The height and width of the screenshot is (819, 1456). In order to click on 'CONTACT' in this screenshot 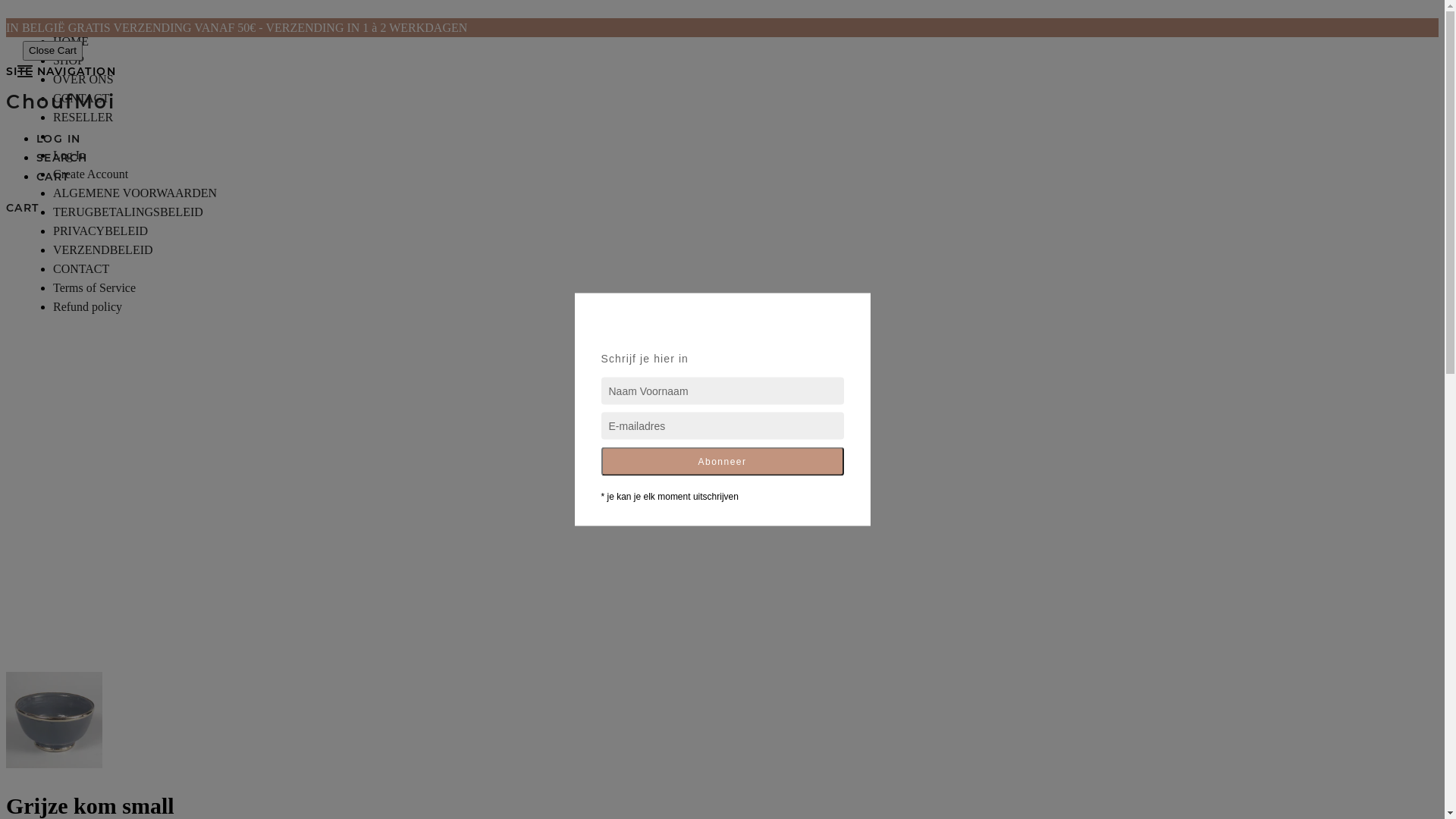, I will do `click(80, 98)`.